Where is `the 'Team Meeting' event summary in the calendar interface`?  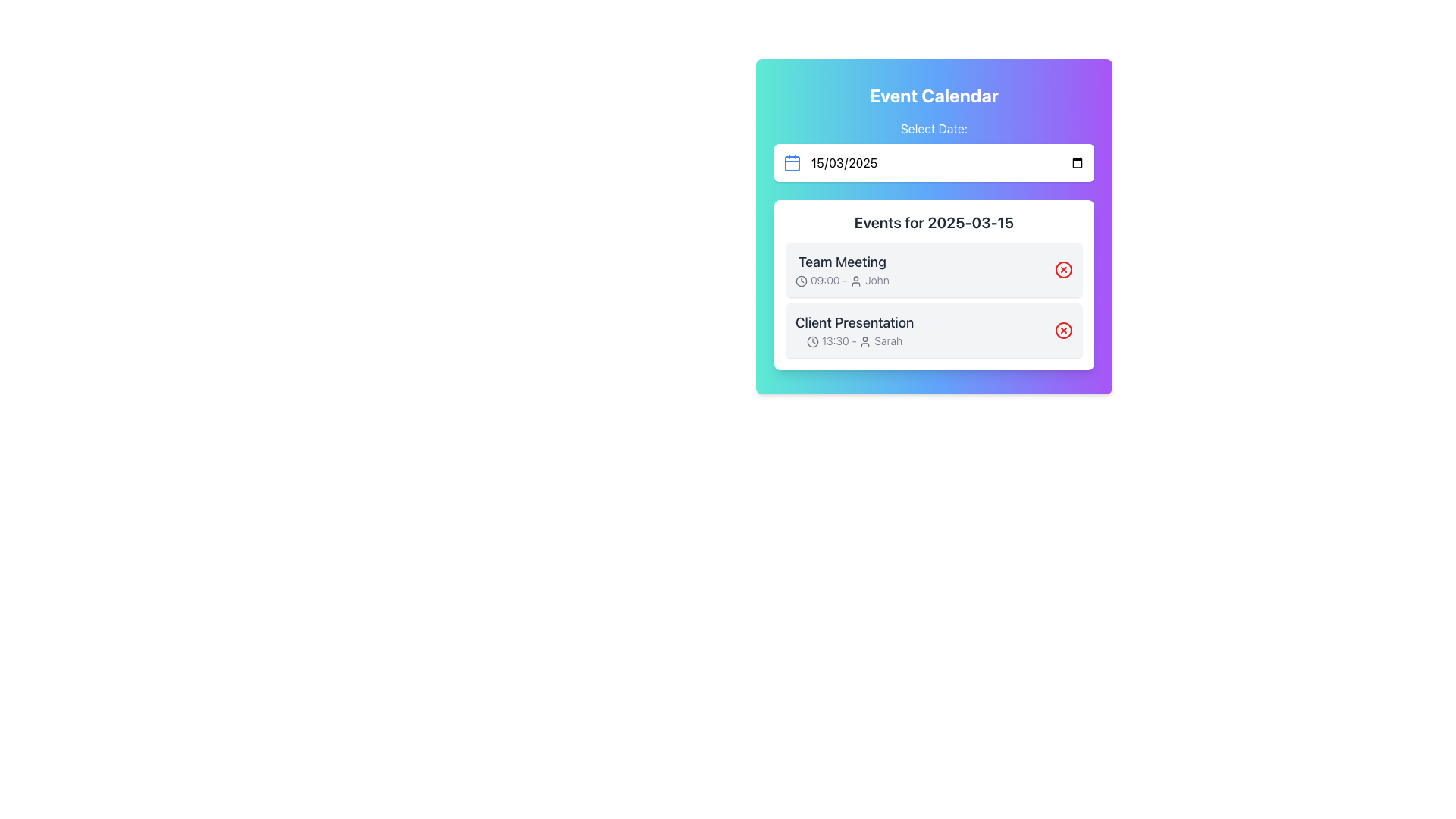
the 'Team Meeting' event summary in the calendar interface is located at coordinates (840, 268).